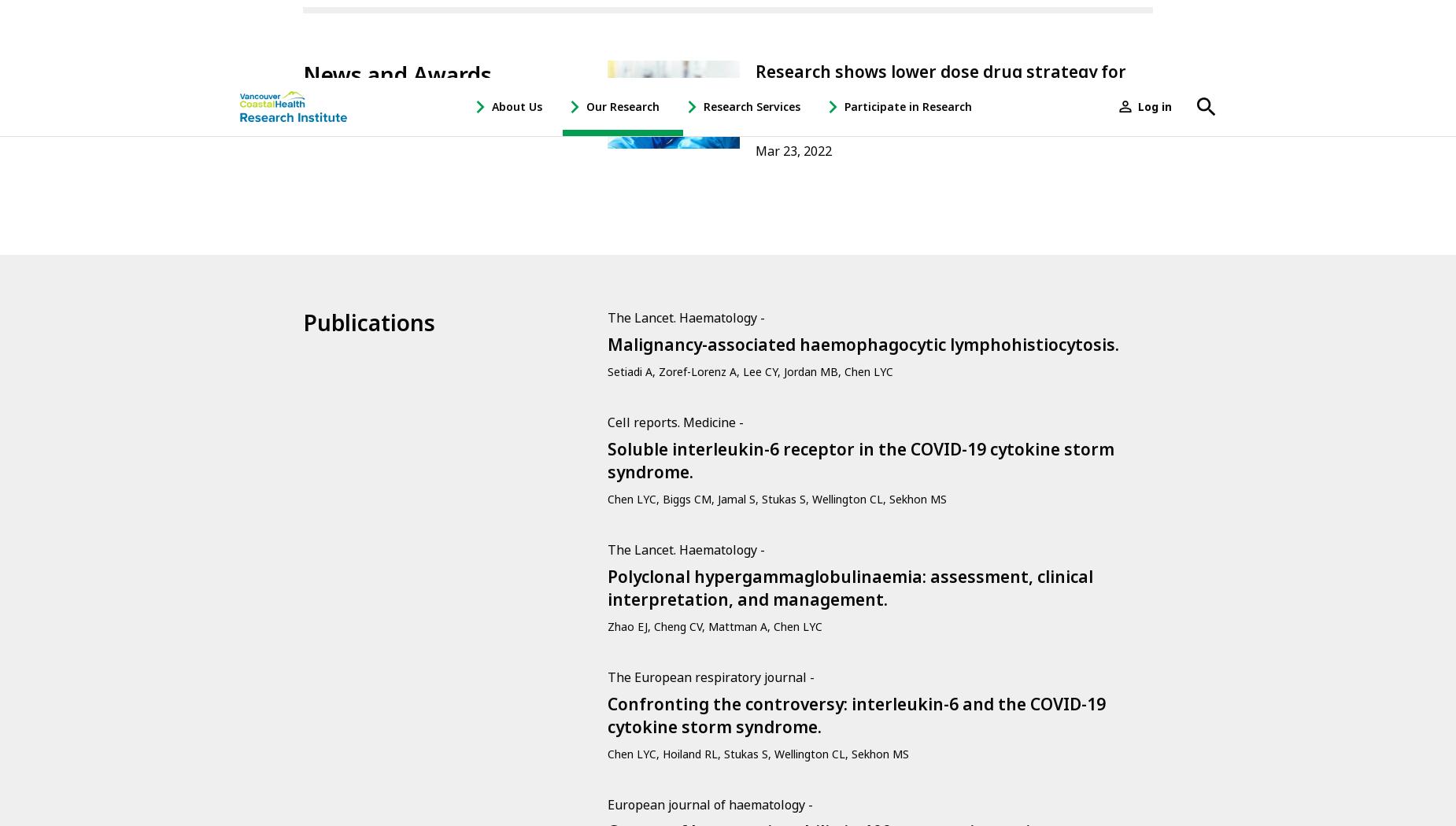  What do you see at coordinates (358, 525) in the screenshot?
I see `'Subscribe'` at bounding box center [358, 525].